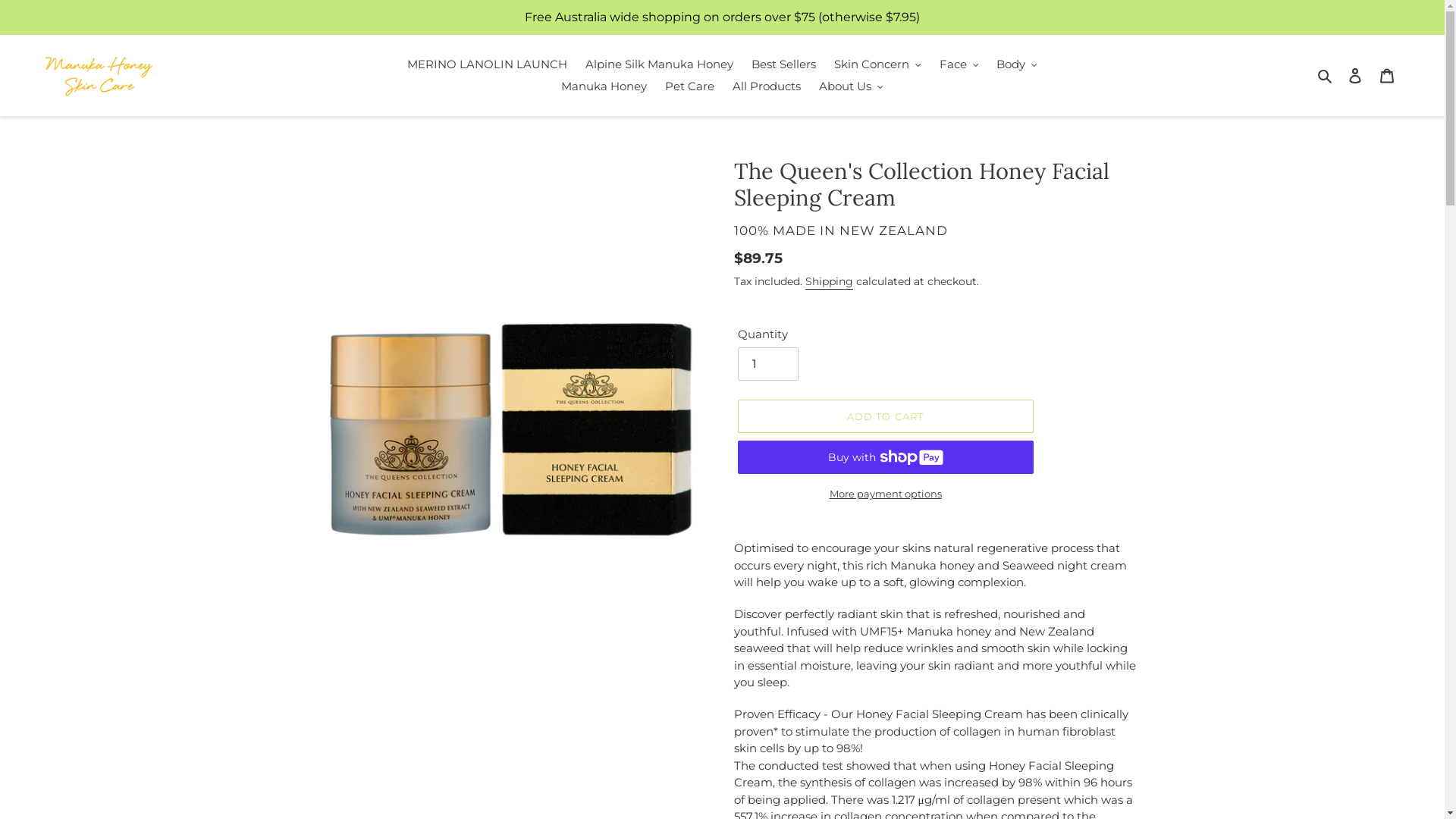 The height and width of the screenshot is (819, 1456). Describe the element at coordinates (689, 86) in the screenshot. I see `'Pet Care'` at that location.